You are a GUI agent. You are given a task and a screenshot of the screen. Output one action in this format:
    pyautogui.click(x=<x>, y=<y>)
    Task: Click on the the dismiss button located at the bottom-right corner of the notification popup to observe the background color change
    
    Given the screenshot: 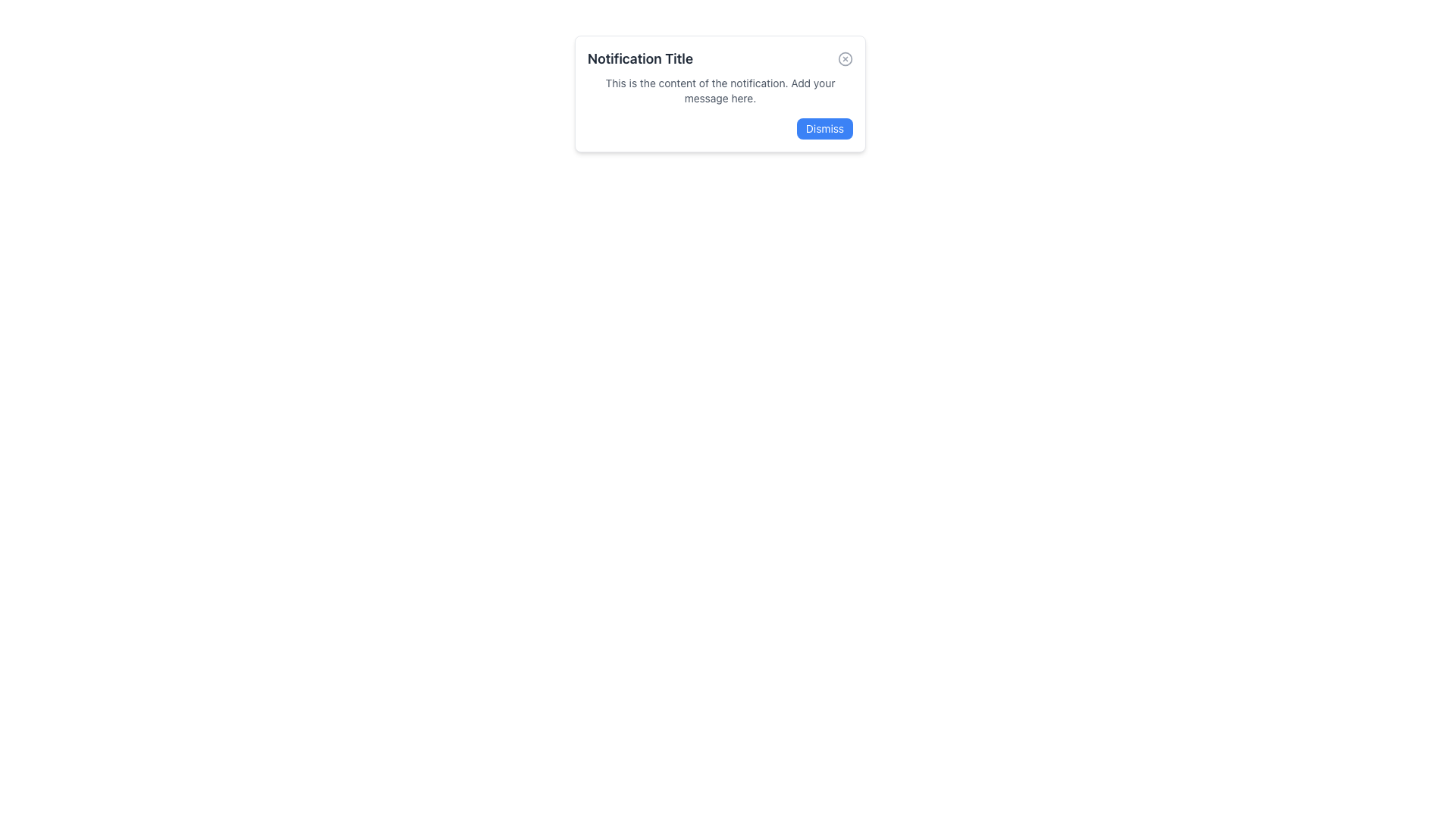 What is the action you would take?
    pyautogui.click(x=824, y=127)
    